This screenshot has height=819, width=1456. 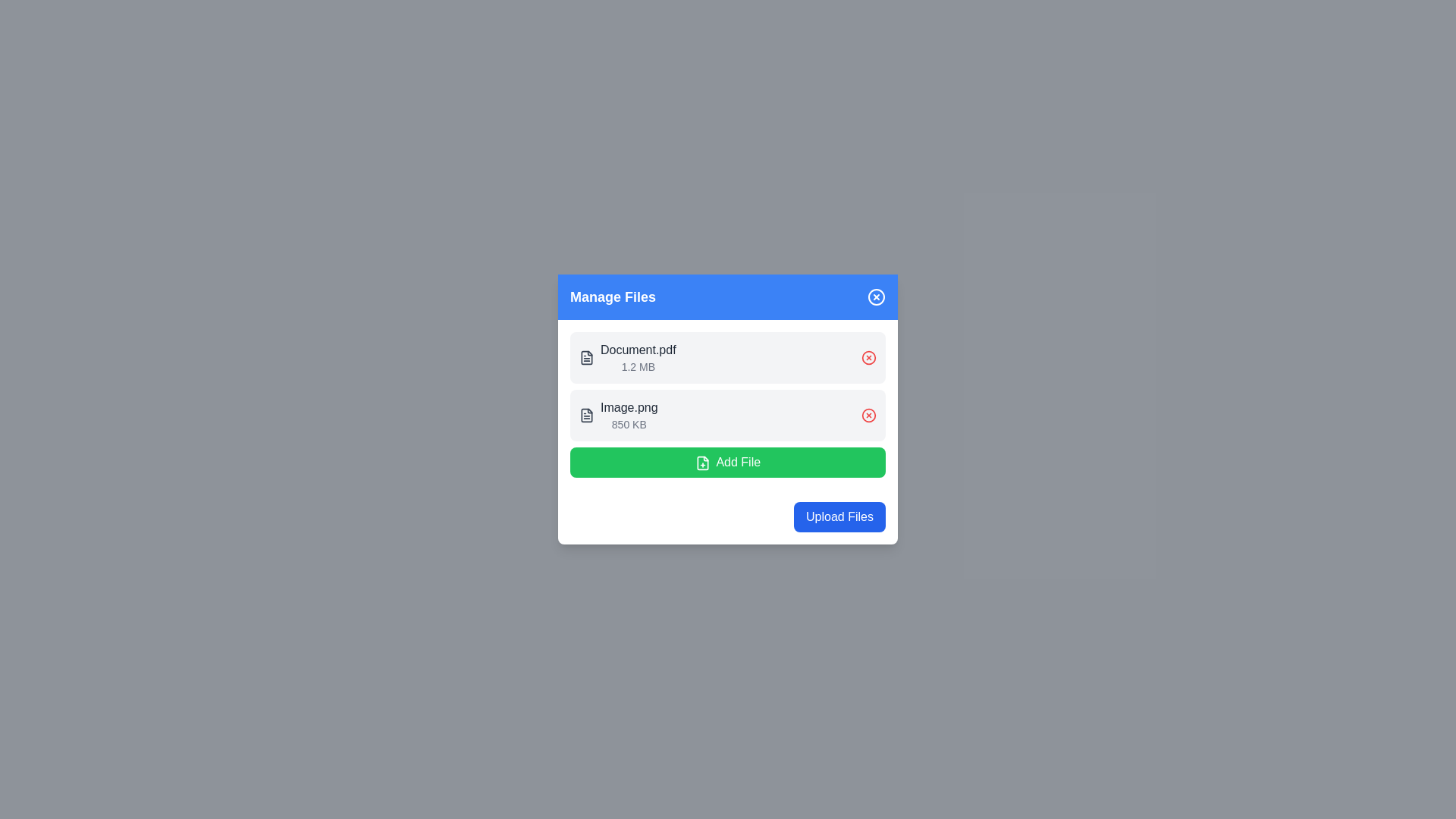 I want to click on the file upload button located at the bottom-right corner of the white card interface, so click(x=728, y=516).